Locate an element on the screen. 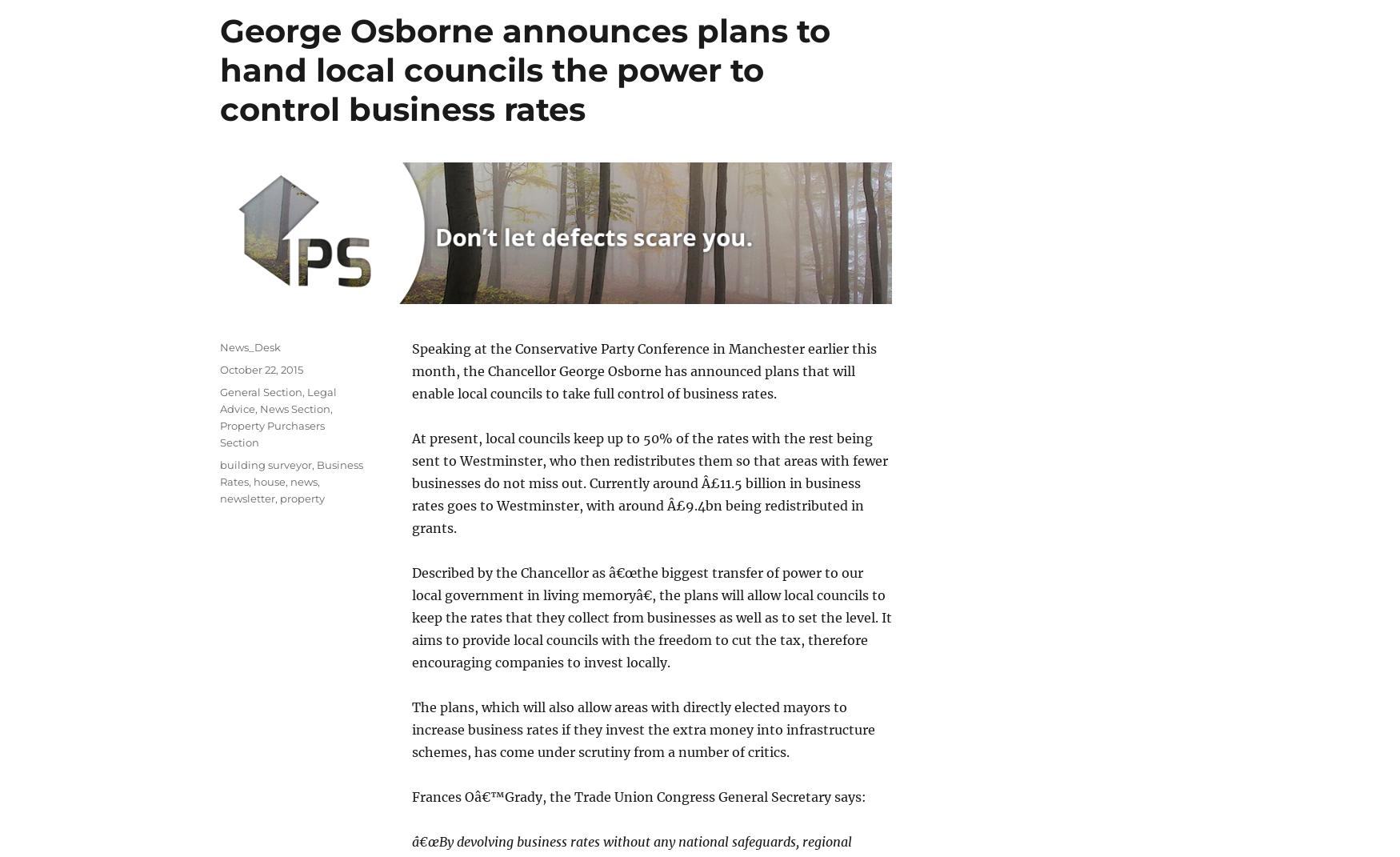 Image resolution: width=1400 pixels, height=857 pixels. 'building surveyor' is located at coordinates (266, 463).